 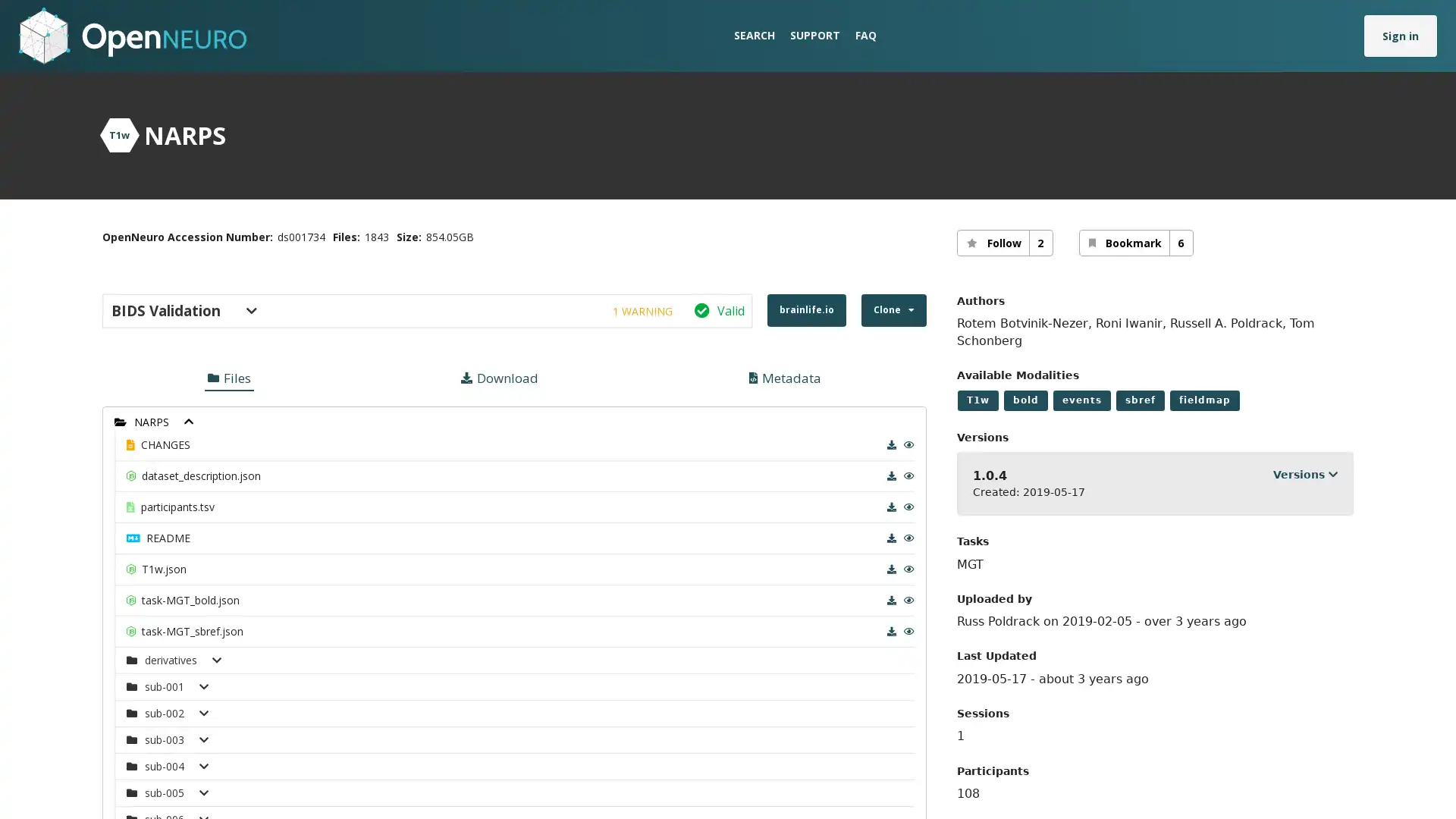 What do you see at coordinates (641, 439) in the screenshot?
I see `copy git hash` at bounding box center [641, 439].